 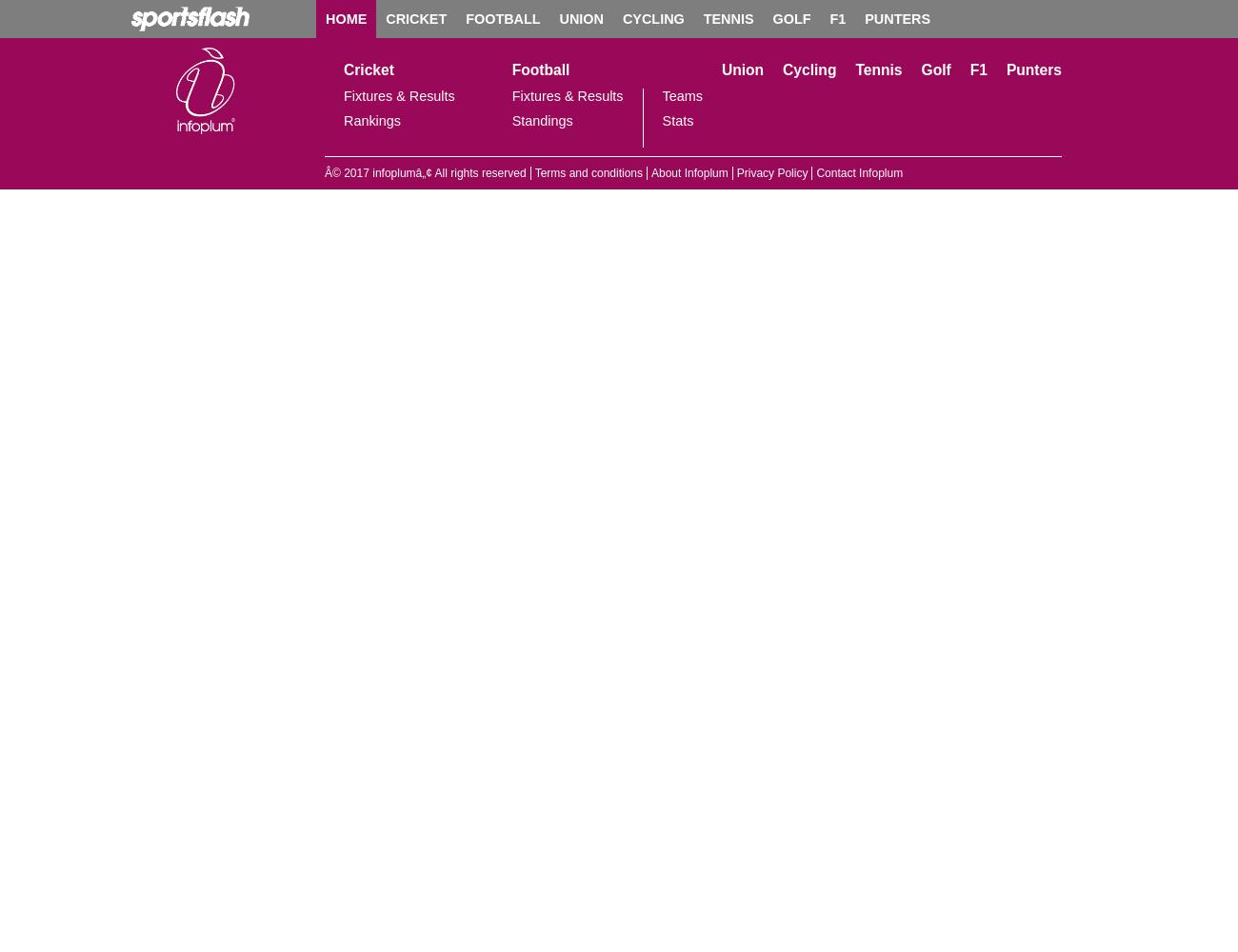 What do you see at coordinates (1031, 69) in the screenshot?
I see `'Punters'` at bounding box center [1031, 69].